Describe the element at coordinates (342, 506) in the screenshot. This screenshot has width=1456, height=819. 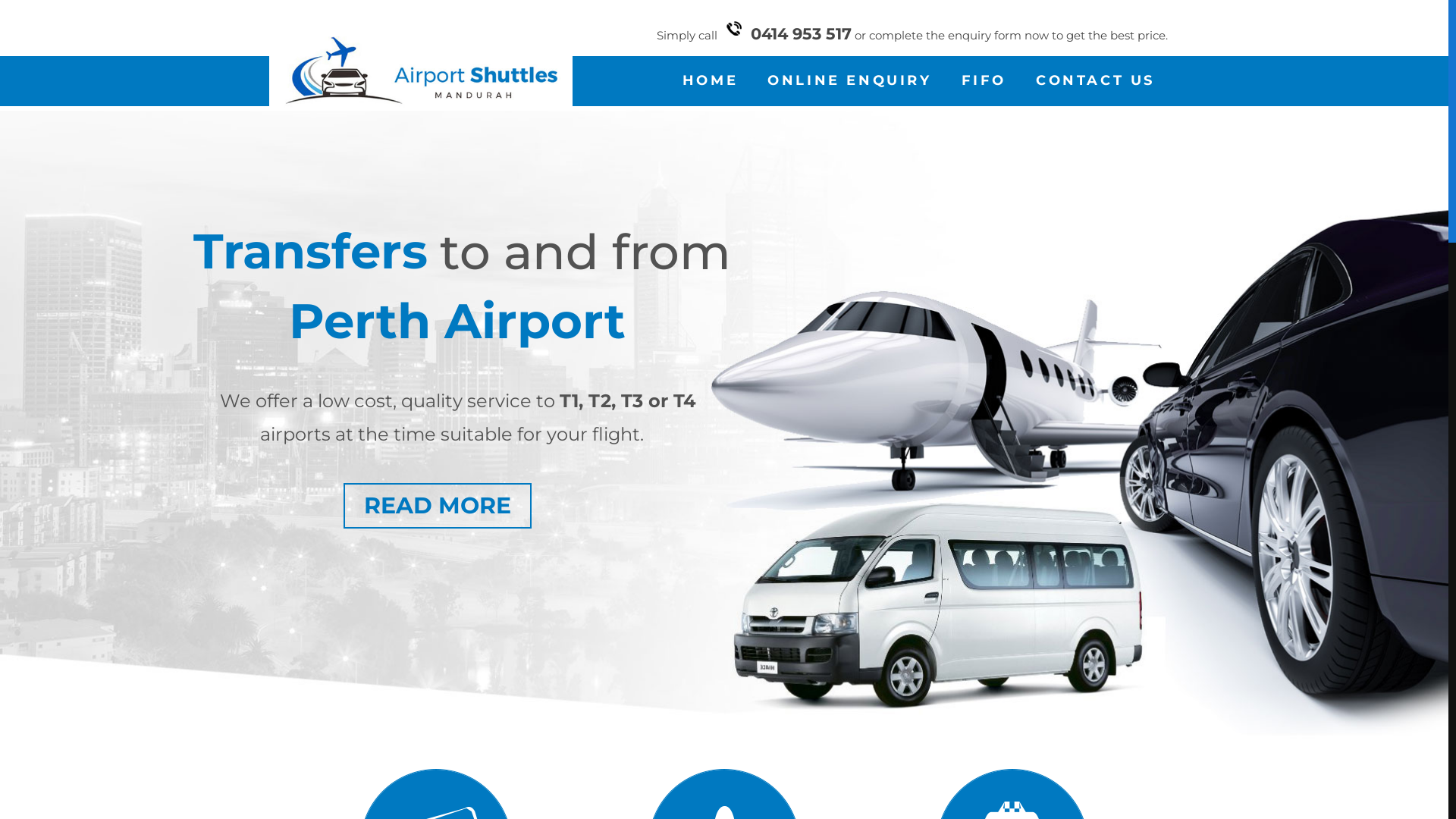
I see `'READ MORE'` at that location.